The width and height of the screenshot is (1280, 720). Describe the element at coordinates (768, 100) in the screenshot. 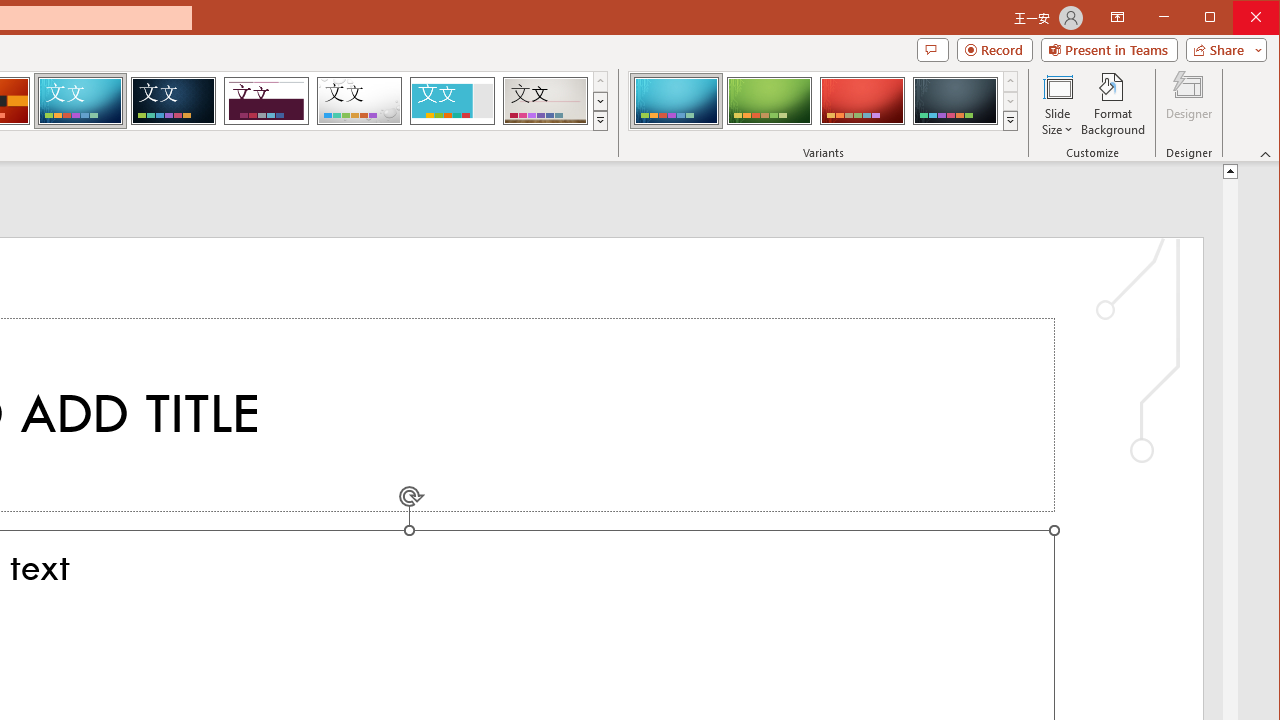

I see `'Circuit Variant 2'` at that location.